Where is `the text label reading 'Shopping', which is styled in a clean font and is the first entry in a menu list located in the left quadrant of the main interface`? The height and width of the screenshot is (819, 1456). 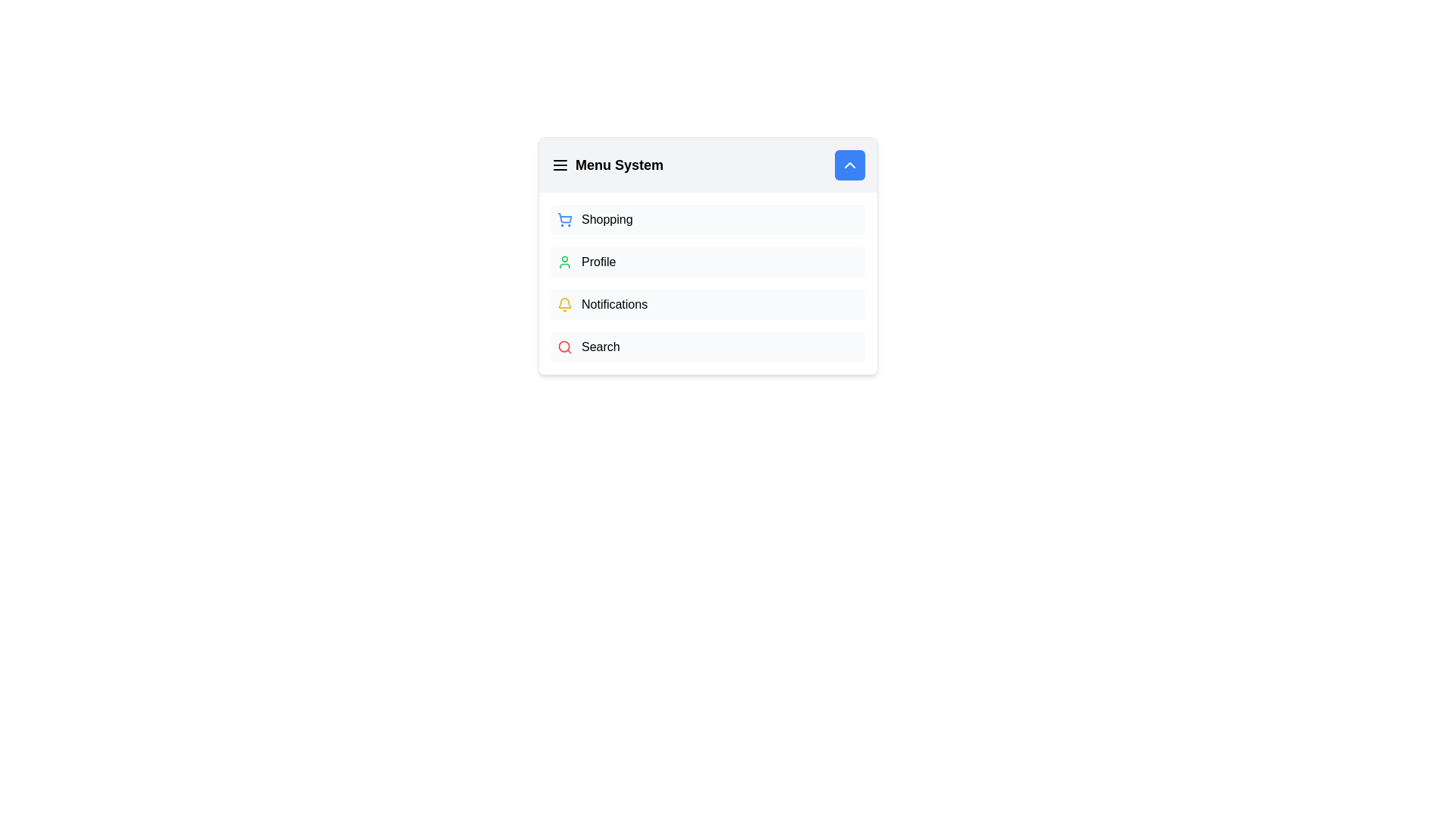
the text label reading 'Shopping', which is styled in a clean font and is the first entry in a menu list located in the left quadrant of the main interface is located at coordinates (607, 219).